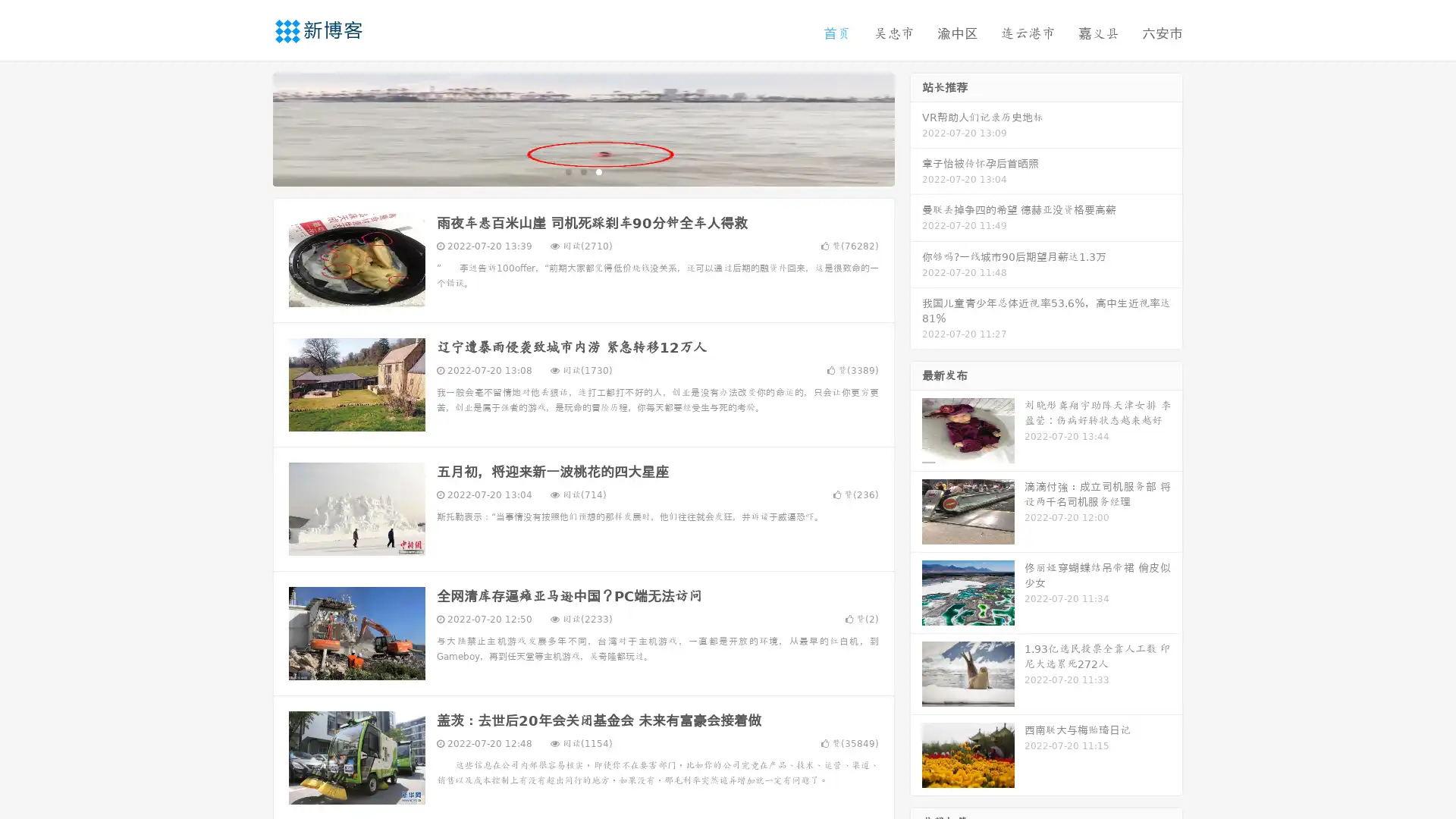 Image resolution: width=1456 pixels, height=819 pixels. I want to click on Next slide, so click(916, 127).